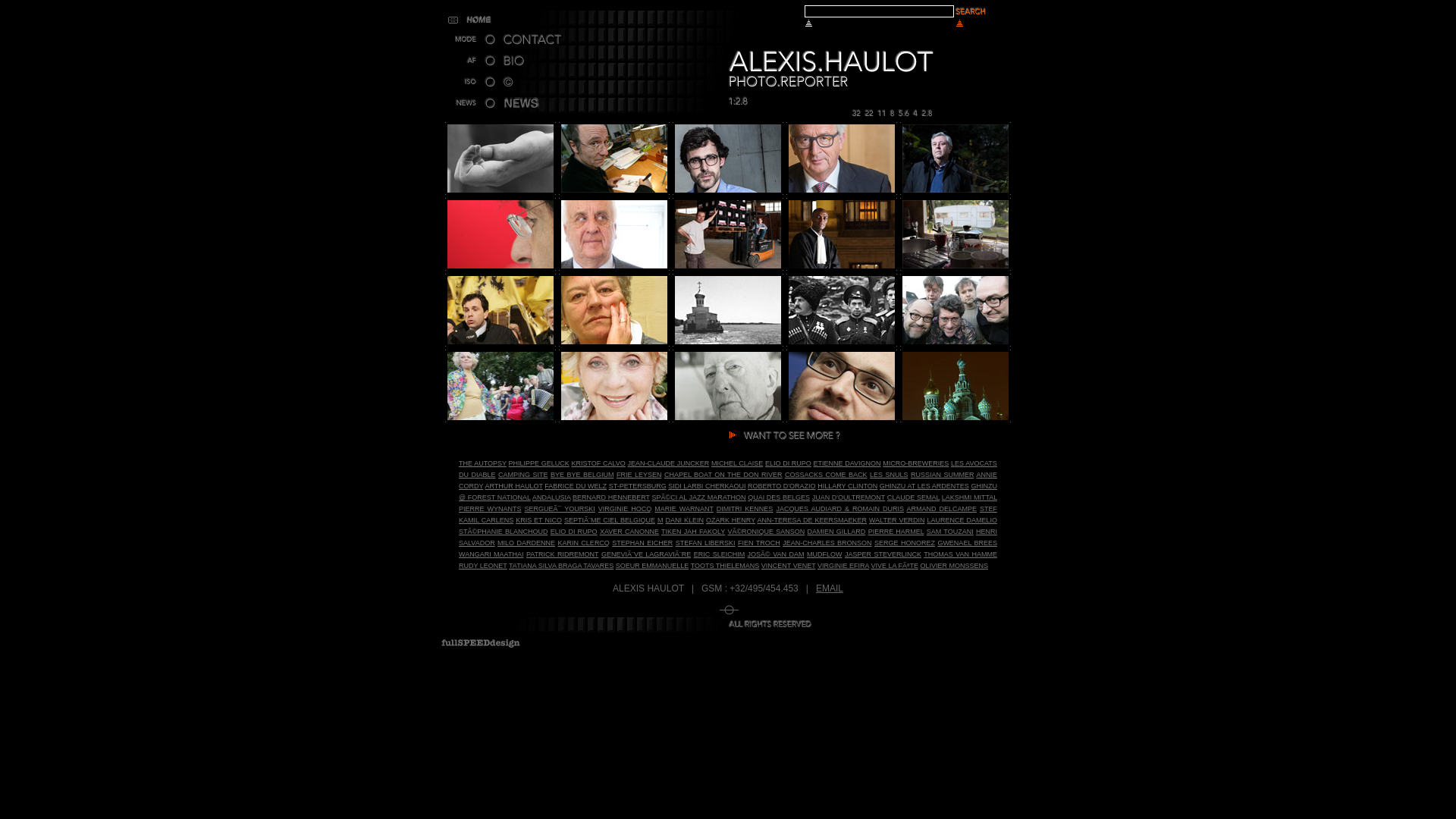 Image resolution: width=1456 pixels, height=819 pixels. What do you see at coordinates (868, 531) in the screenshot?
I see `'PIERRE HARMEL'` at bounding box center [868, 531].